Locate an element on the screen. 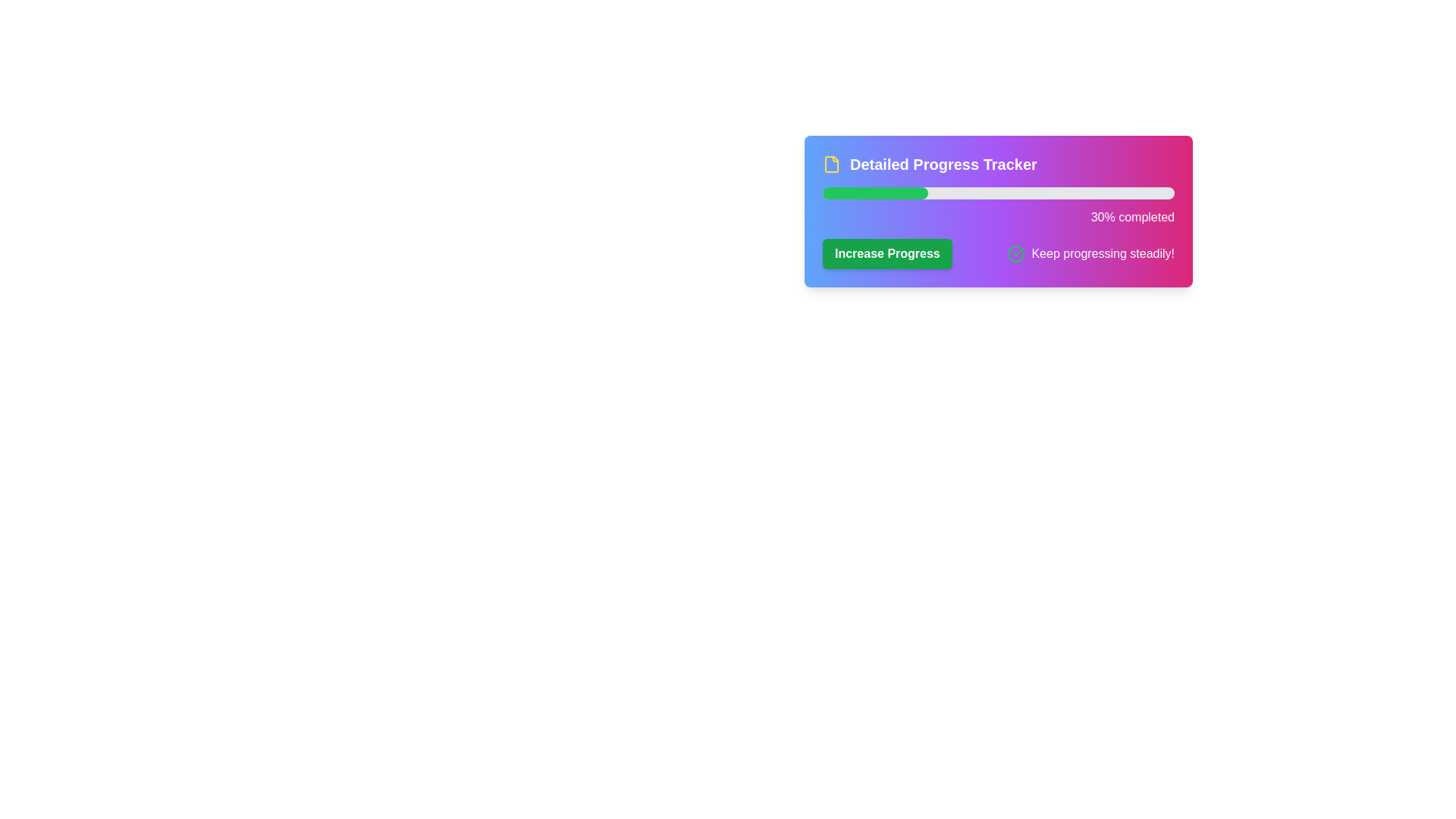 The height and width of the screenshot is (819, 1456). the Progress Bar located beneath the heading 'Detailed Progress Tracker' and above the buttons 'Increase Progress' and 'Keep progressing steadily!' is located at coordinates (998, 207).